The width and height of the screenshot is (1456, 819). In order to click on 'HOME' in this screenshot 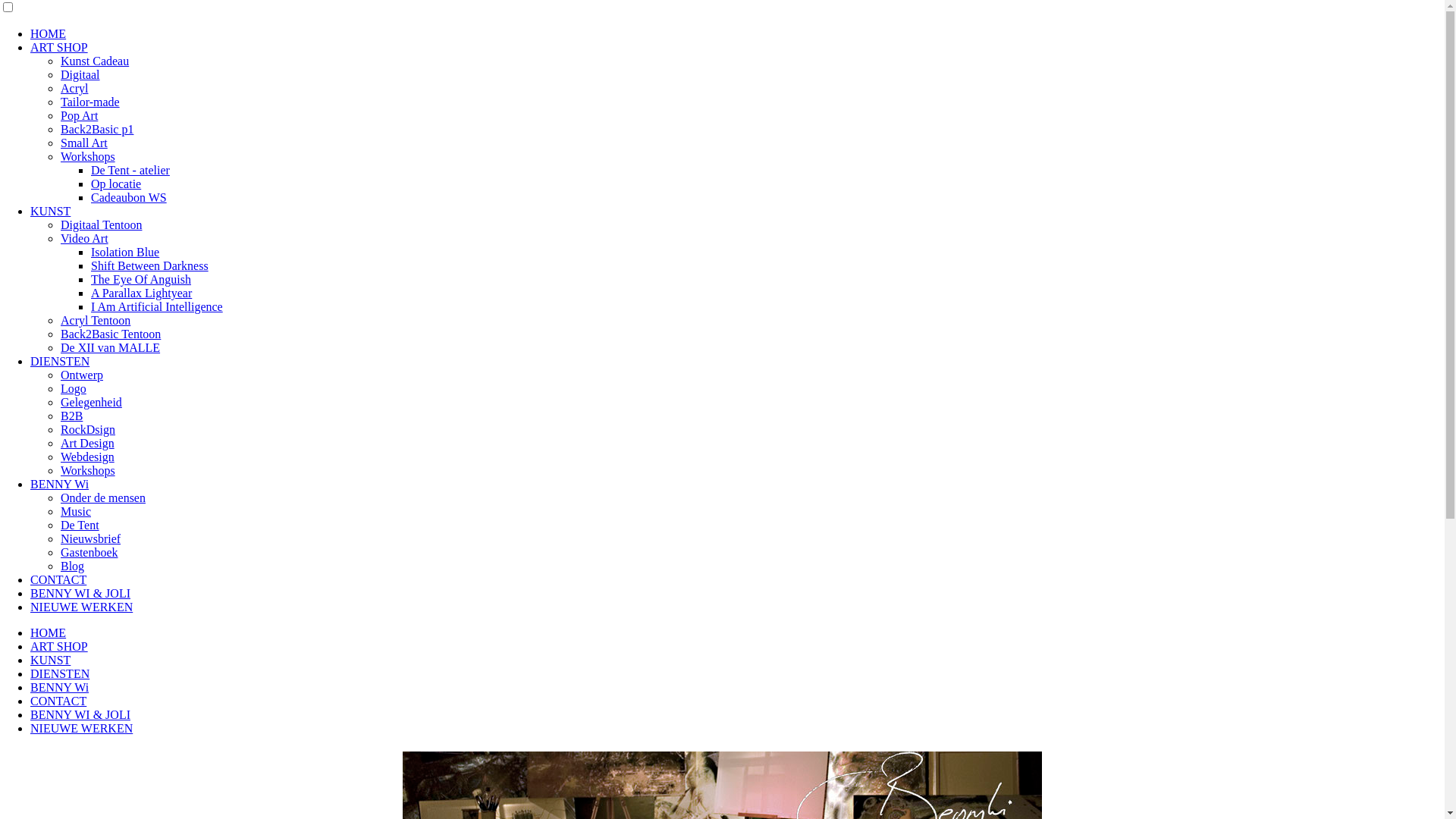, I will do `click(48, 632)`.